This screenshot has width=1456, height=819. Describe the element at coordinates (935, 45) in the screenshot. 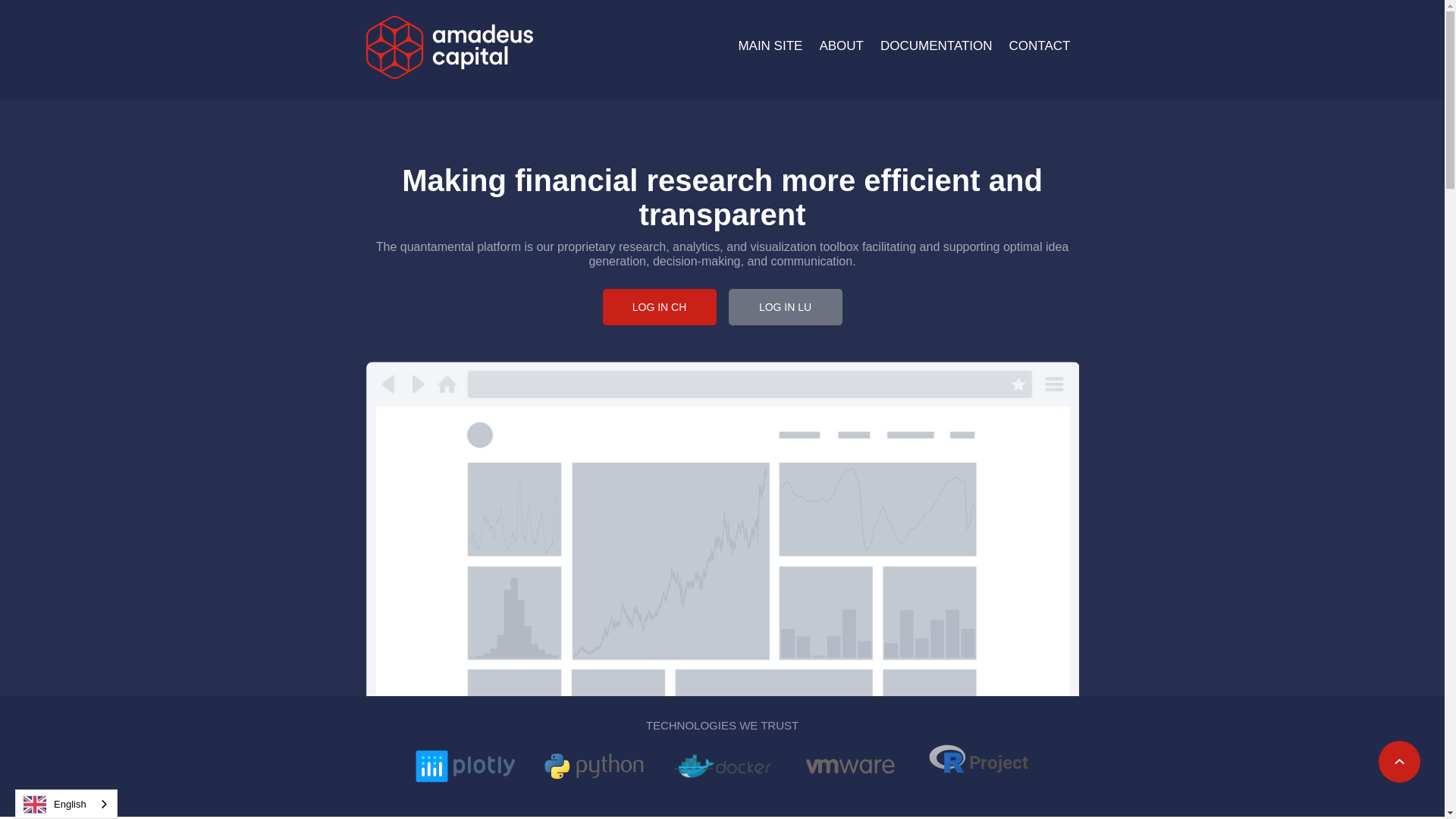

I see `'DOCUMENTATION'` at that location.